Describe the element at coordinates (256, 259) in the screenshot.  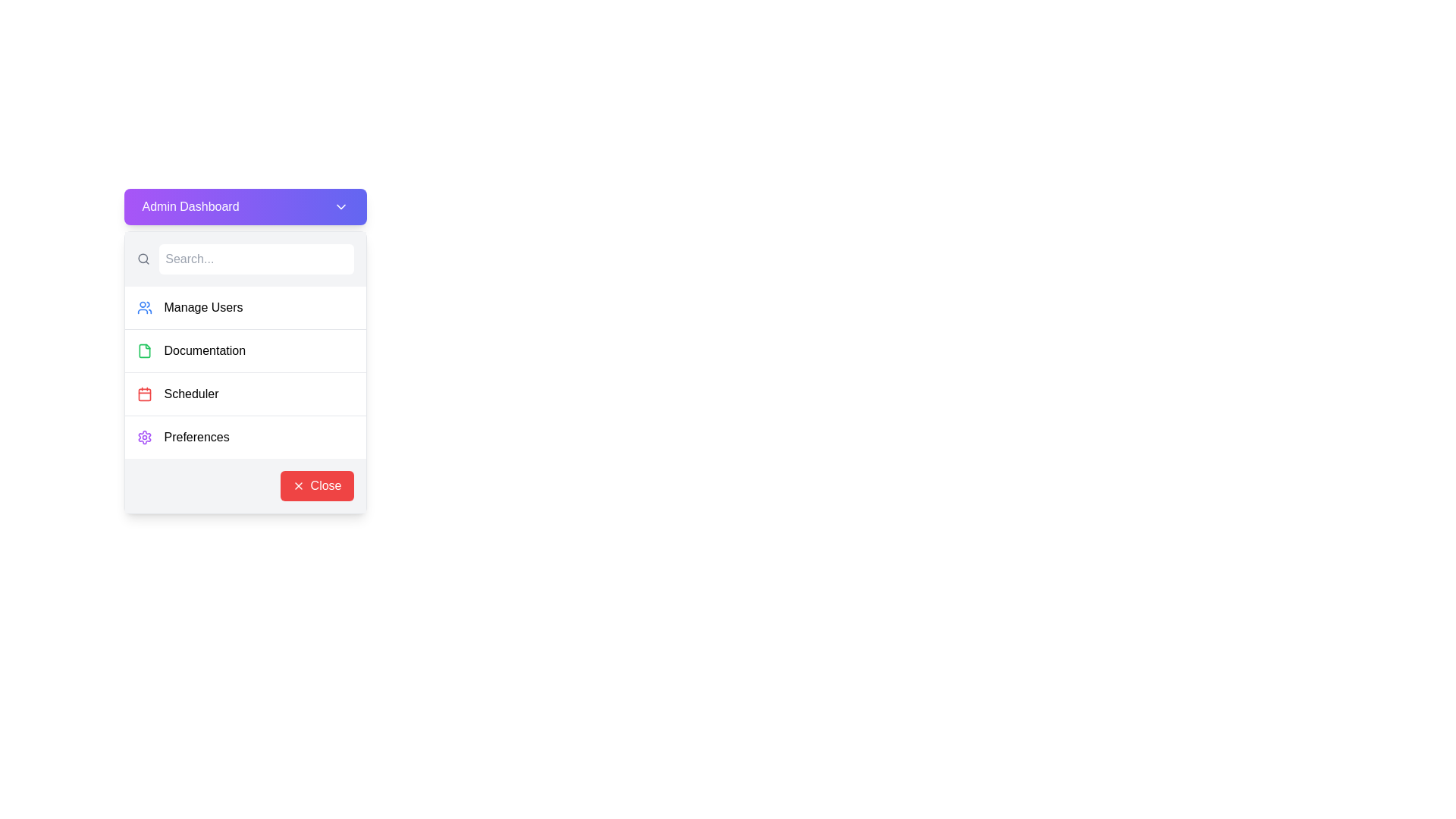
I see `the text input field with placeholder 'Search...' located in the dropdown interface below 'Admin Dashboard' by using the tab key` at that location.